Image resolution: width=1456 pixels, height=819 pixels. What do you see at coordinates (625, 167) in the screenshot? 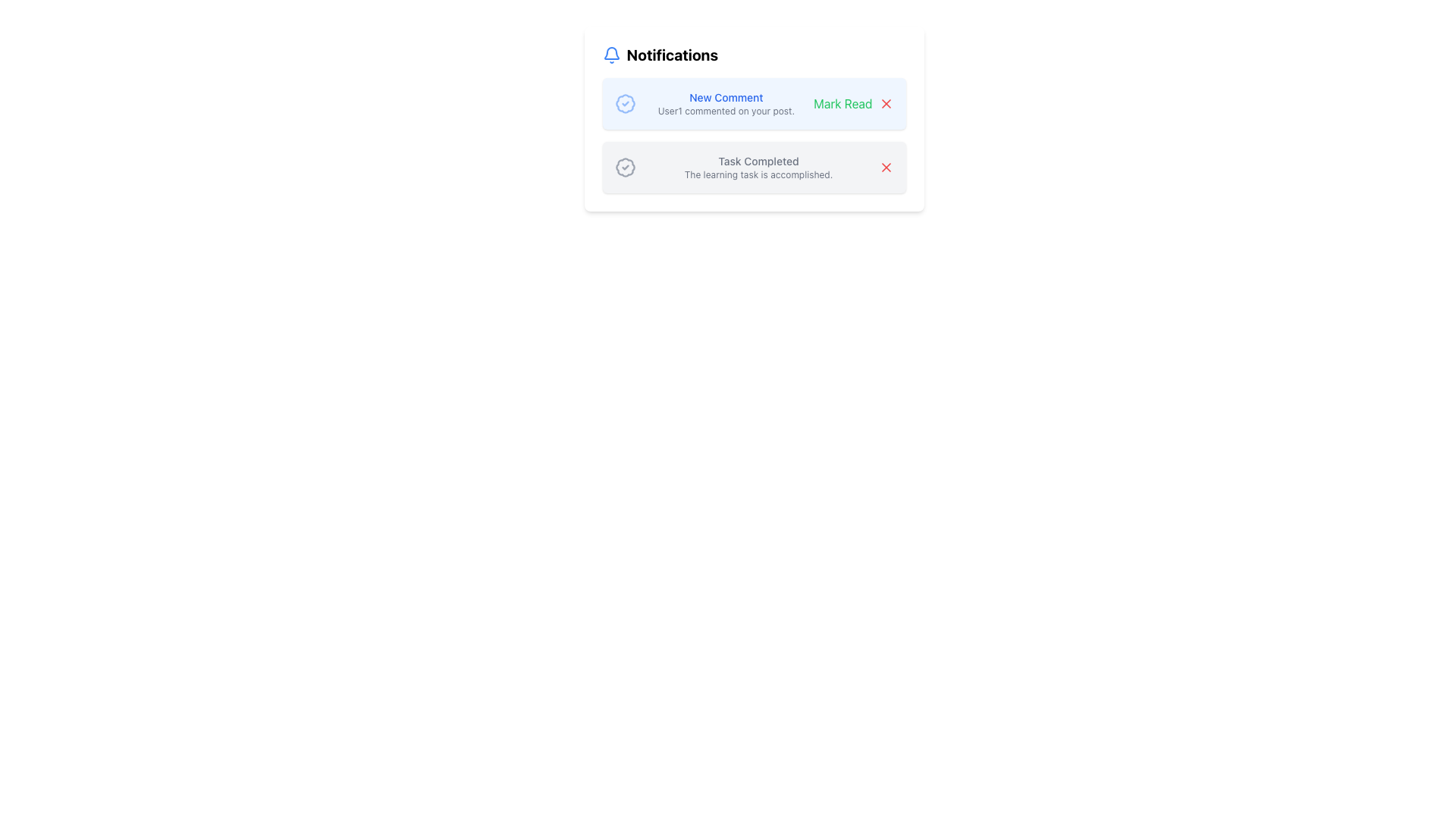
I see `the icon that signifies the completion status of the task, indicated by the text 'Task Completed', as it acts as a button` at bounding box center [625, 167].